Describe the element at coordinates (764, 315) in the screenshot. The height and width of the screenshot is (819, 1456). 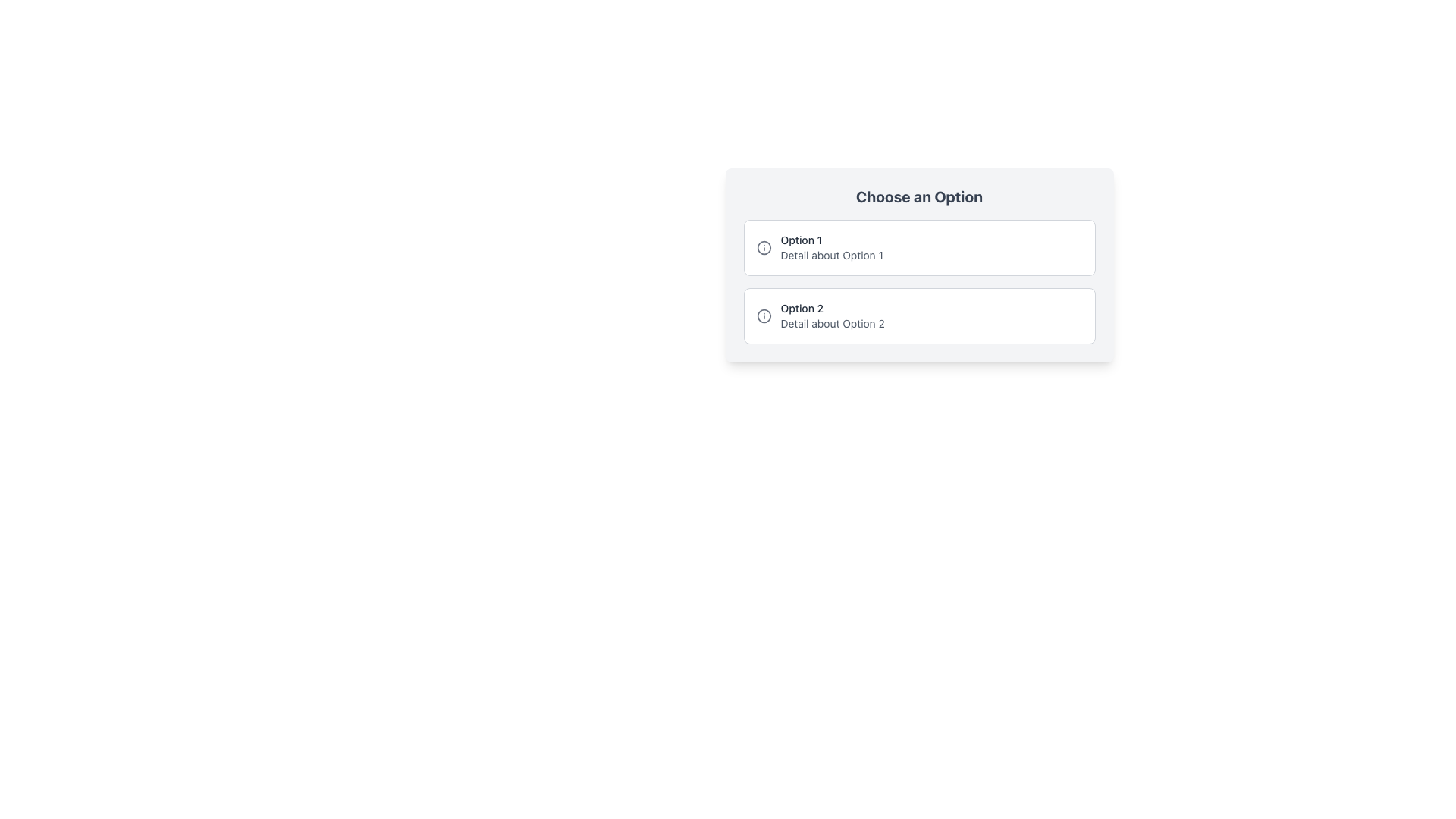
I see `the circular vector graphic element with a border inside the SVG icon labeled 'Option 2'` at that location.